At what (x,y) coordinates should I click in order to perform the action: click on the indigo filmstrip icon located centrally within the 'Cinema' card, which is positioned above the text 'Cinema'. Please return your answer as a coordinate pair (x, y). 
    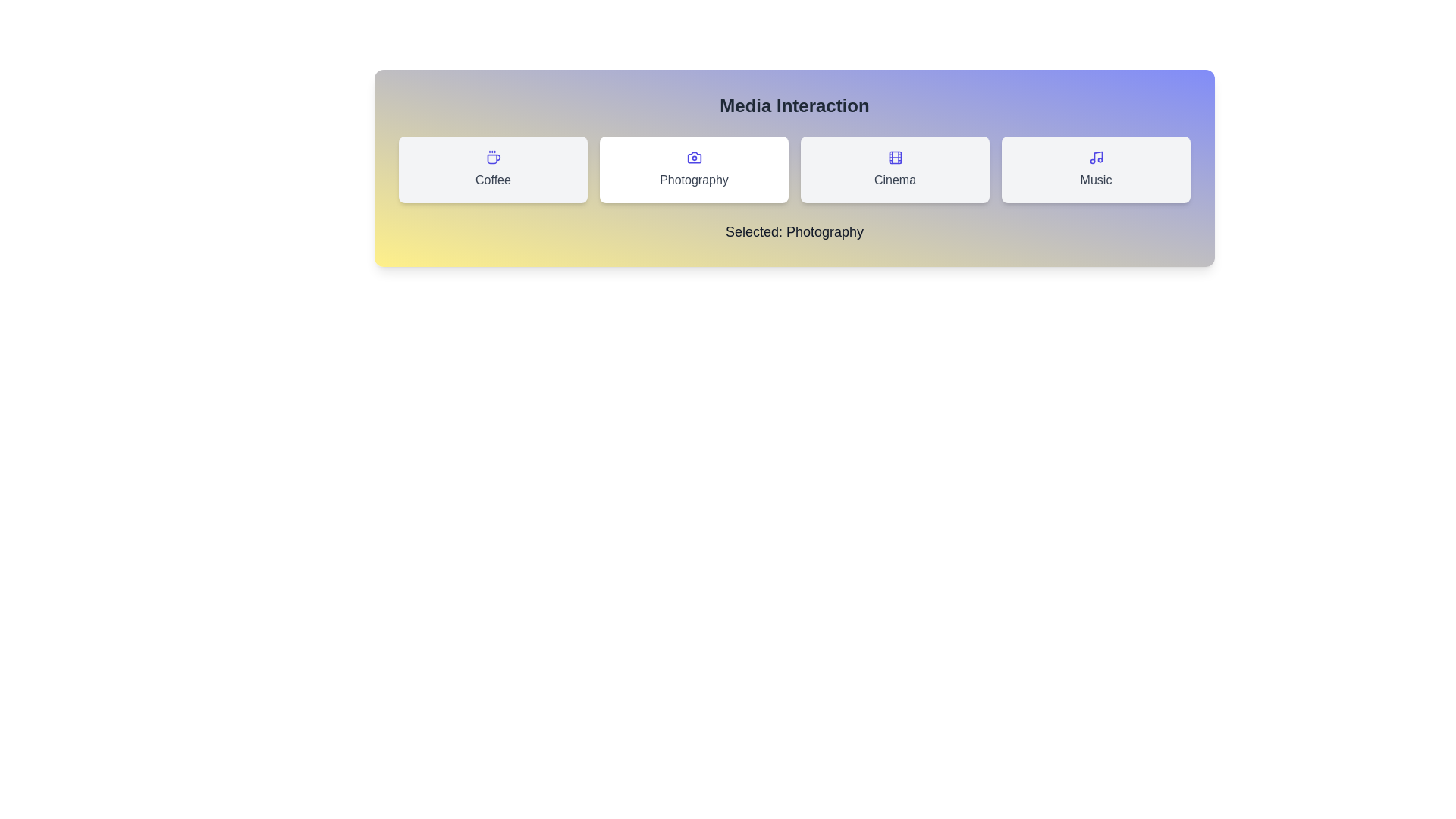
    Looking at the image, I should click on (895, 158).